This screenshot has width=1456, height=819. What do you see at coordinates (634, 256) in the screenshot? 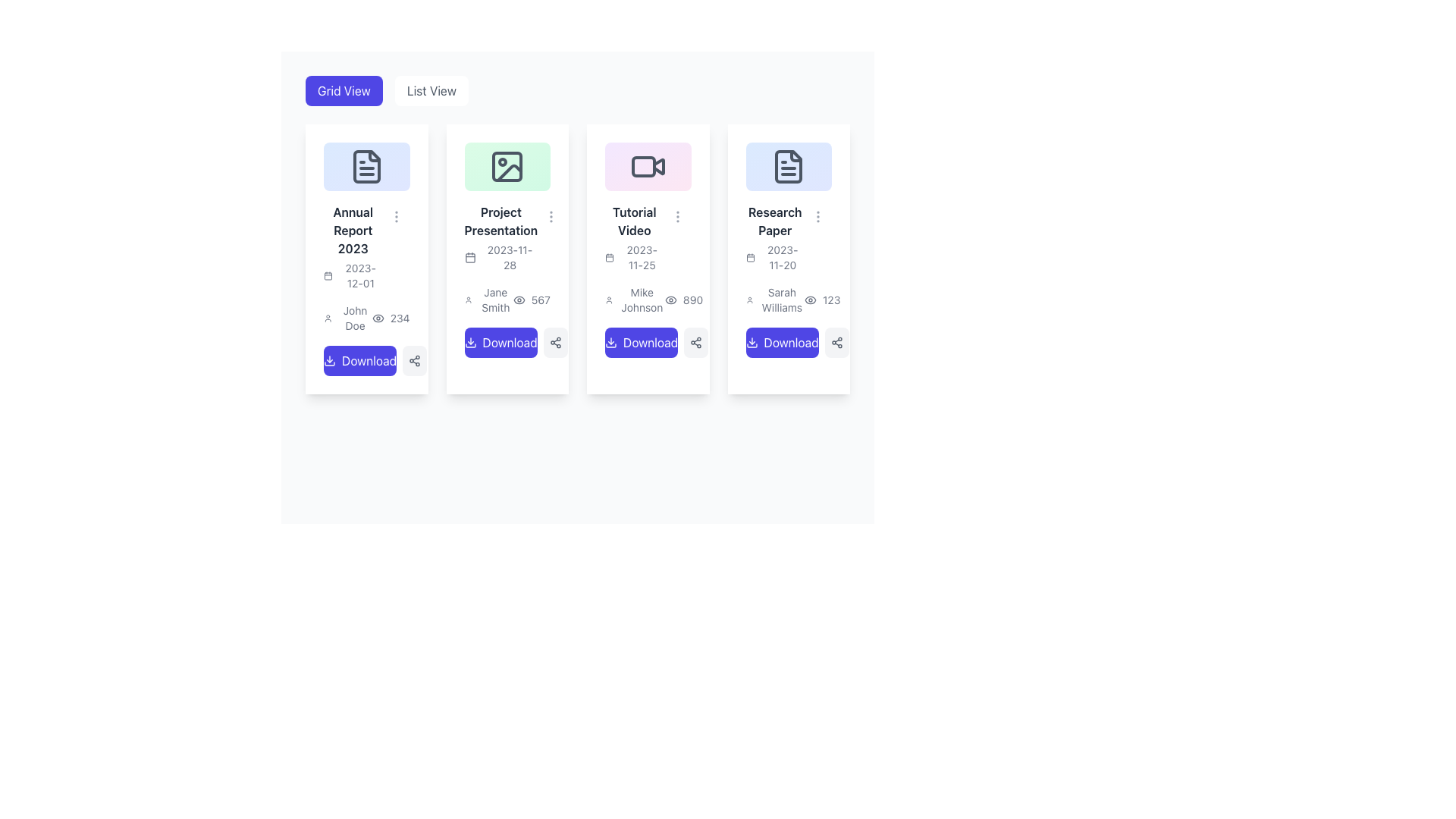
I see `the text label with an accompanying icon that represents the publishing date of the 'Tutorial Video' content, located in the third card from the left in the grid layout` at bounding box center [634, 256].